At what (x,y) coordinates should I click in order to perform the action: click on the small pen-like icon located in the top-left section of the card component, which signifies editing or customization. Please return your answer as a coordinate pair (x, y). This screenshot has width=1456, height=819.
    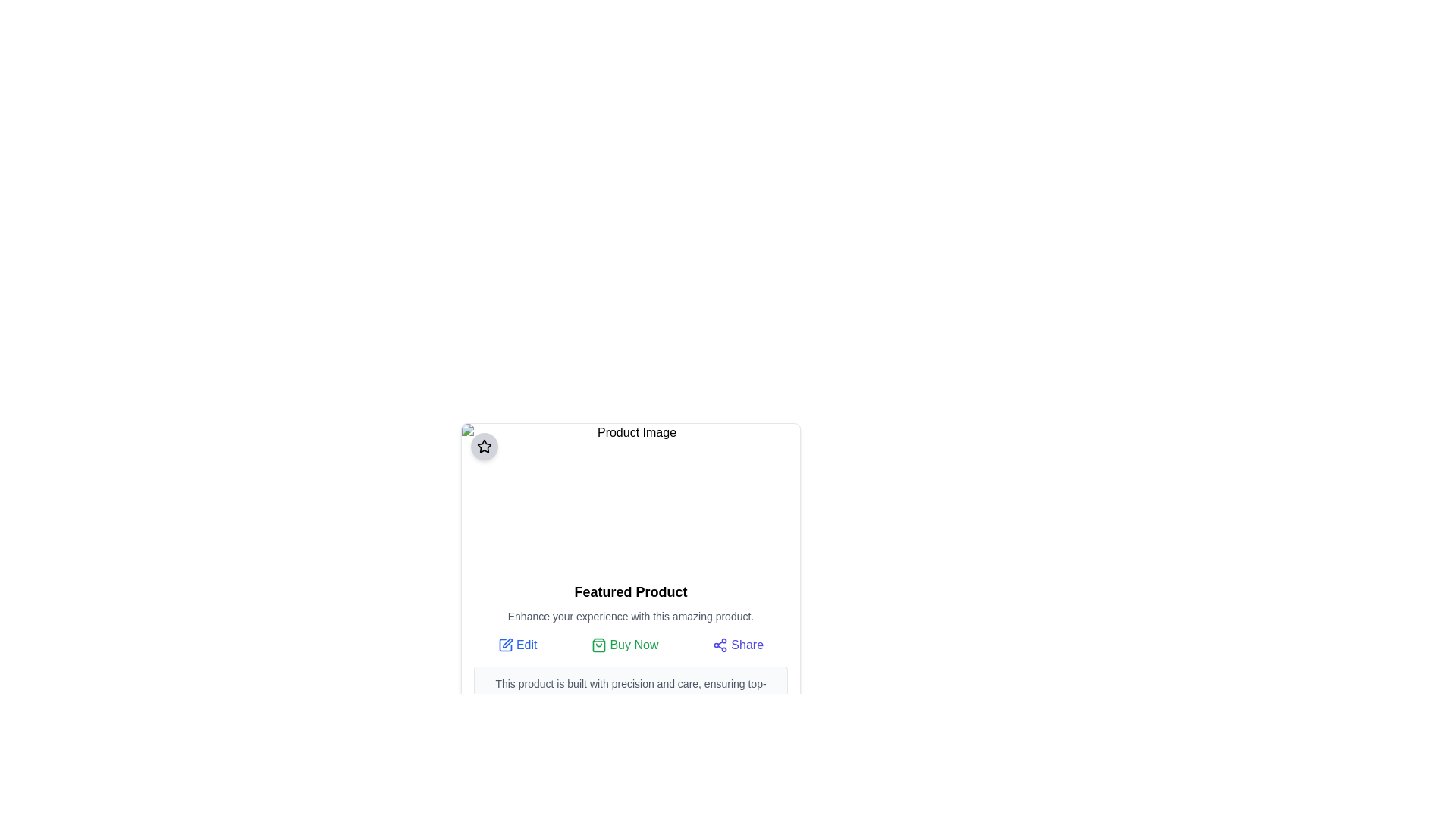
    Looking at the image, I should click on (507, 643).